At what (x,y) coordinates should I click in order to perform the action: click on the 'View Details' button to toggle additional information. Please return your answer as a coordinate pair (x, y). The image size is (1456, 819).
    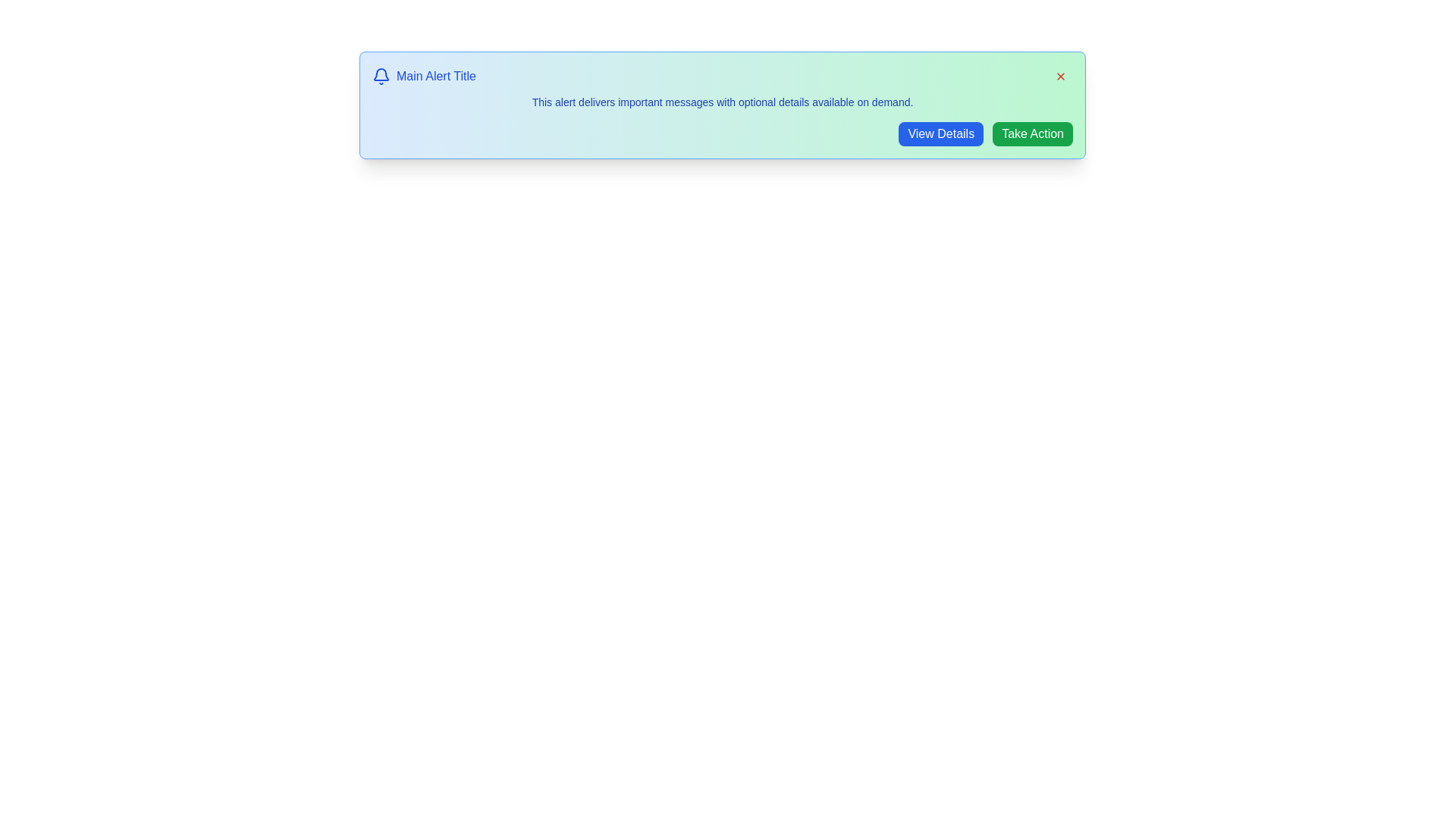
    Looking at the image, I should click on (940, 133).